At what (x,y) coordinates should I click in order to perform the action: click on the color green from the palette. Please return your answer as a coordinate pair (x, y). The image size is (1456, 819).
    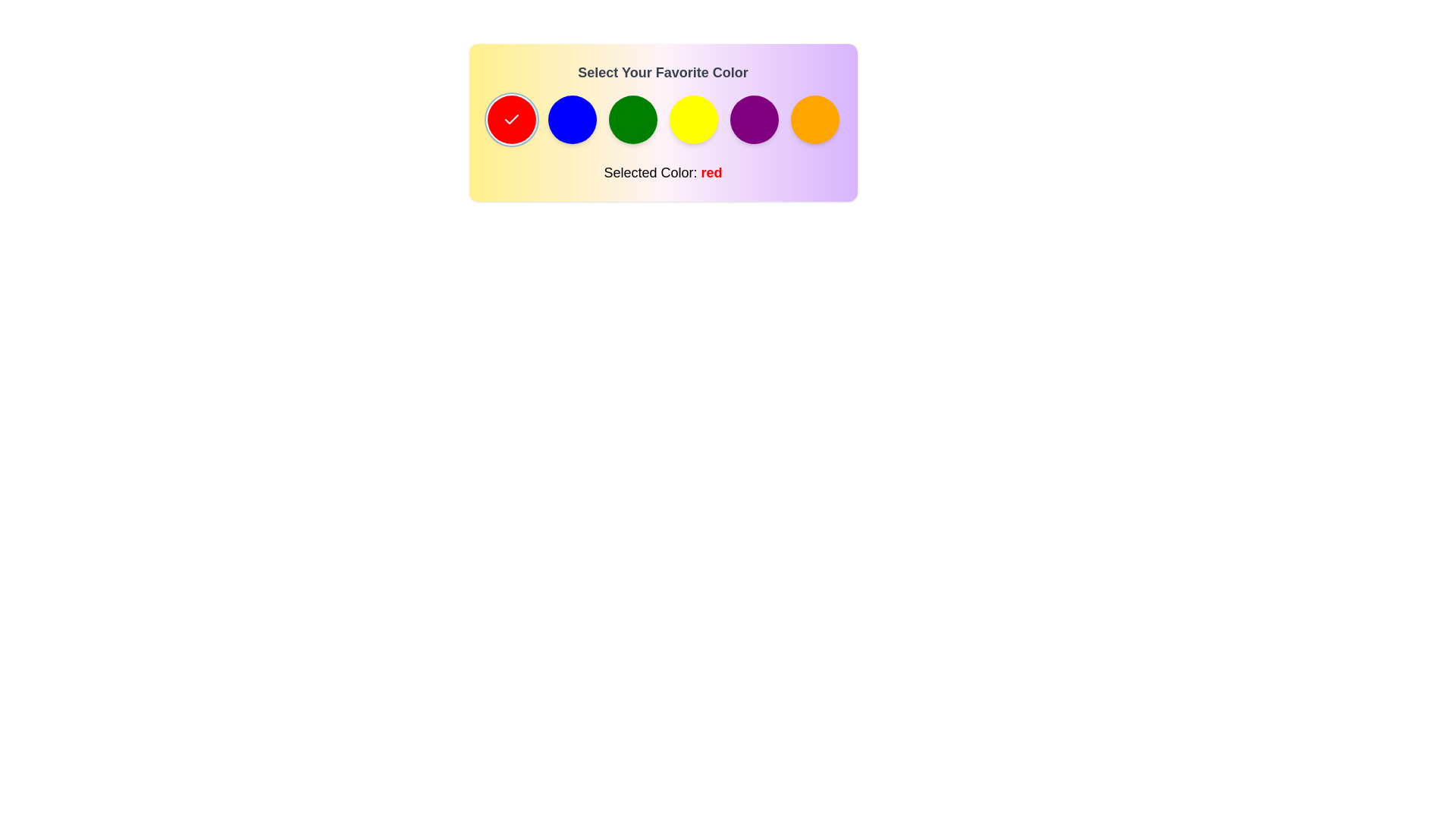
    Looking at the image, I should click on (632, 119).